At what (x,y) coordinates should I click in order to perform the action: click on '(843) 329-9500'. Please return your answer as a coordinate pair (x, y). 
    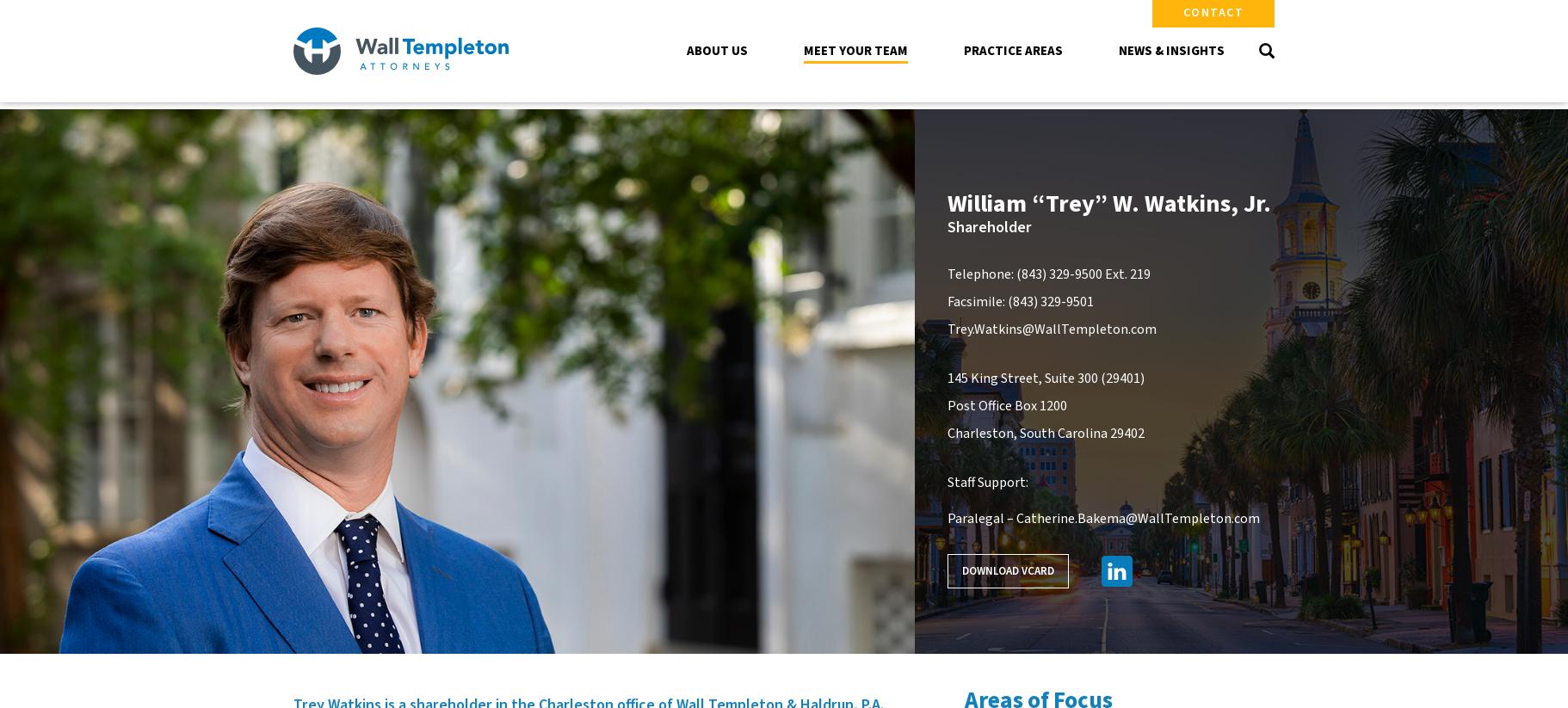
    Looking at the image, I should click on (1058, 273).